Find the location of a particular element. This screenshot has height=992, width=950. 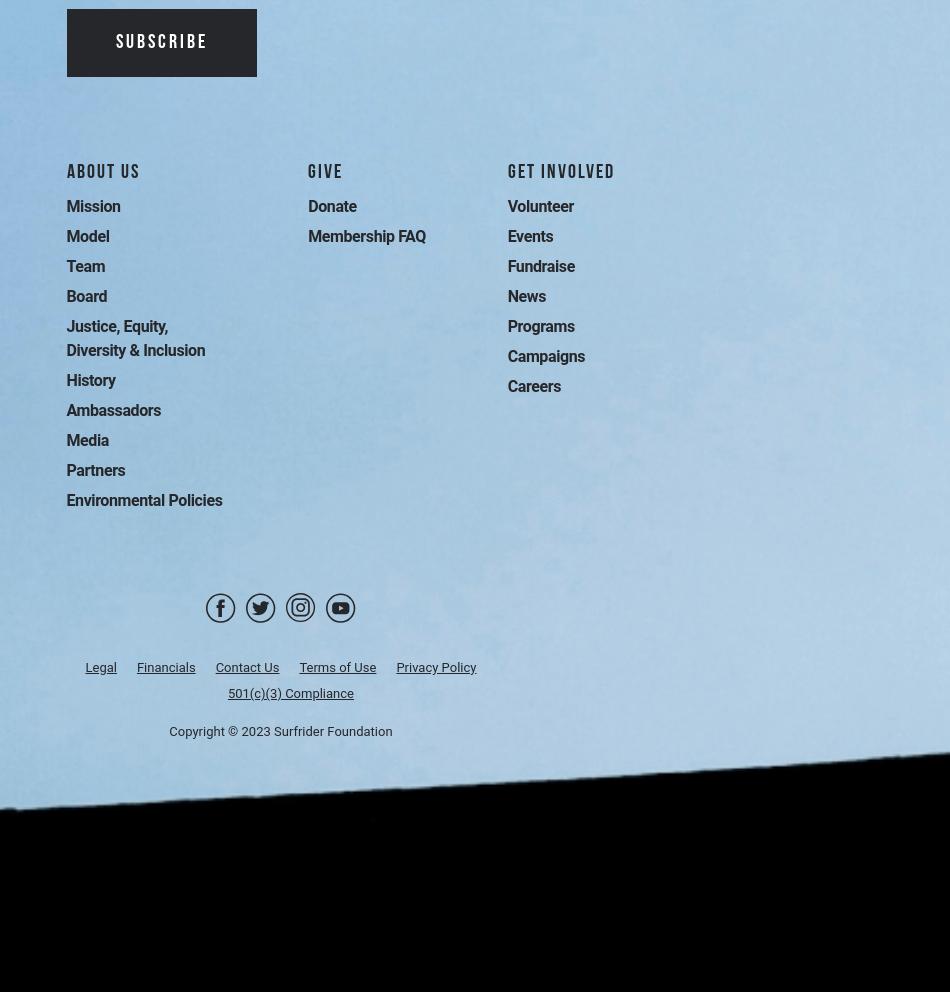

'Ambassadors' is located at coordinates (66, 410).